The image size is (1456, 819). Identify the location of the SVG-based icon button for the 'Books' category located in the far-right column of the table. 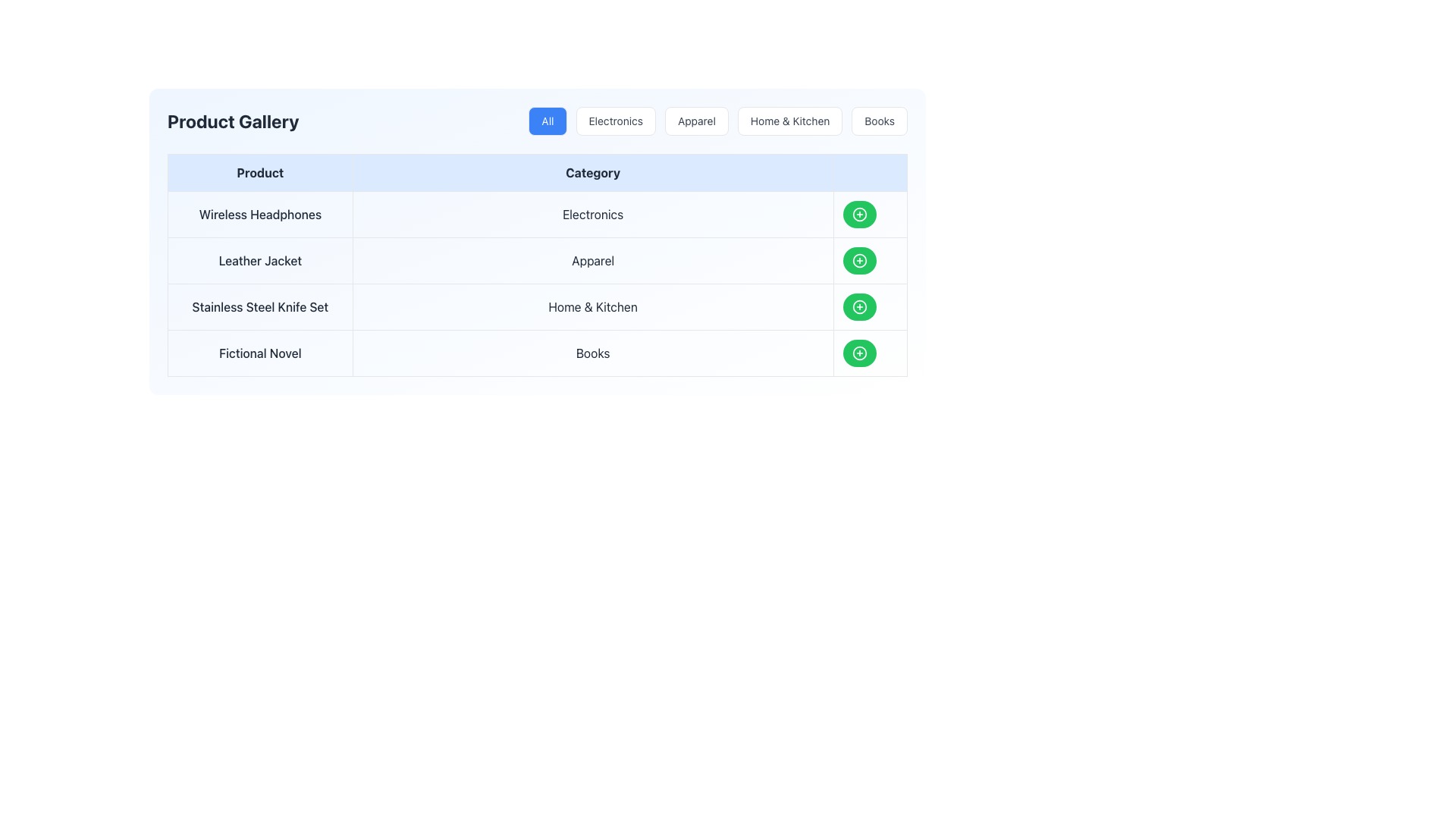
(859, 353).